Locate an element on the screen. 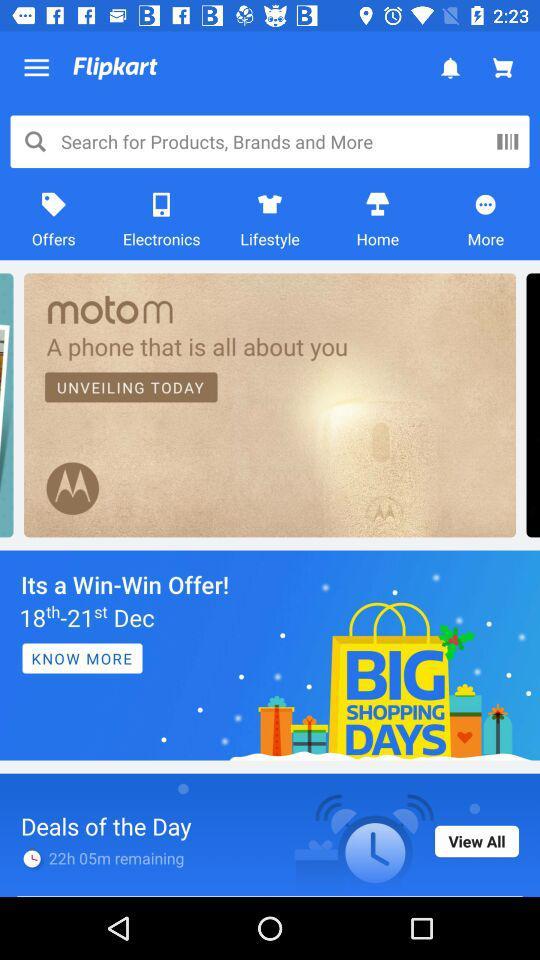  the icon which is just above the text electronics is located at coordinates (161, 204).